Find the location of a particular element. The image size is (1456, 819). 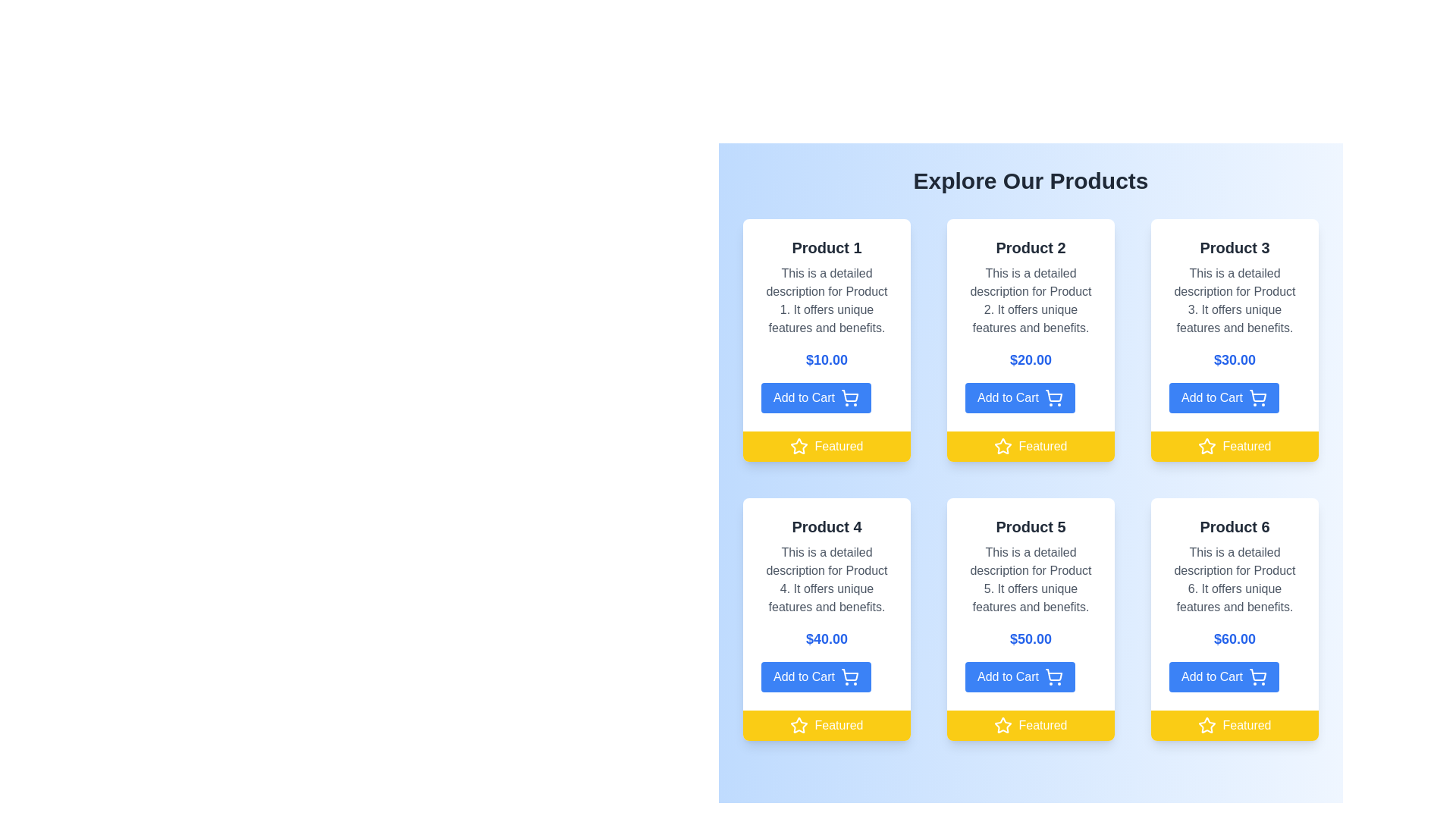

the shopping cart icon located inside the 'Add to Cart' button for 'Product 3' in the top-right section is located at coordinates (1258, 394).